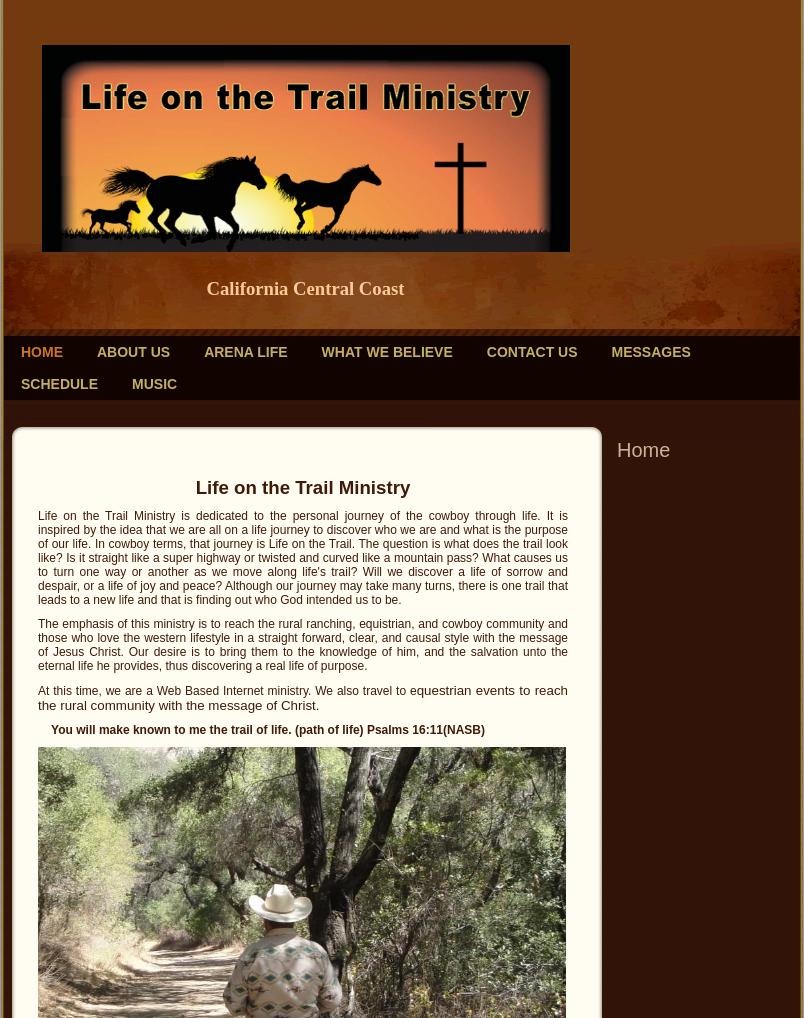  What do you see at coordinates (305, 288) in the screenshot?
I see `'California Central Coast'` at bounding box center [305, 288].